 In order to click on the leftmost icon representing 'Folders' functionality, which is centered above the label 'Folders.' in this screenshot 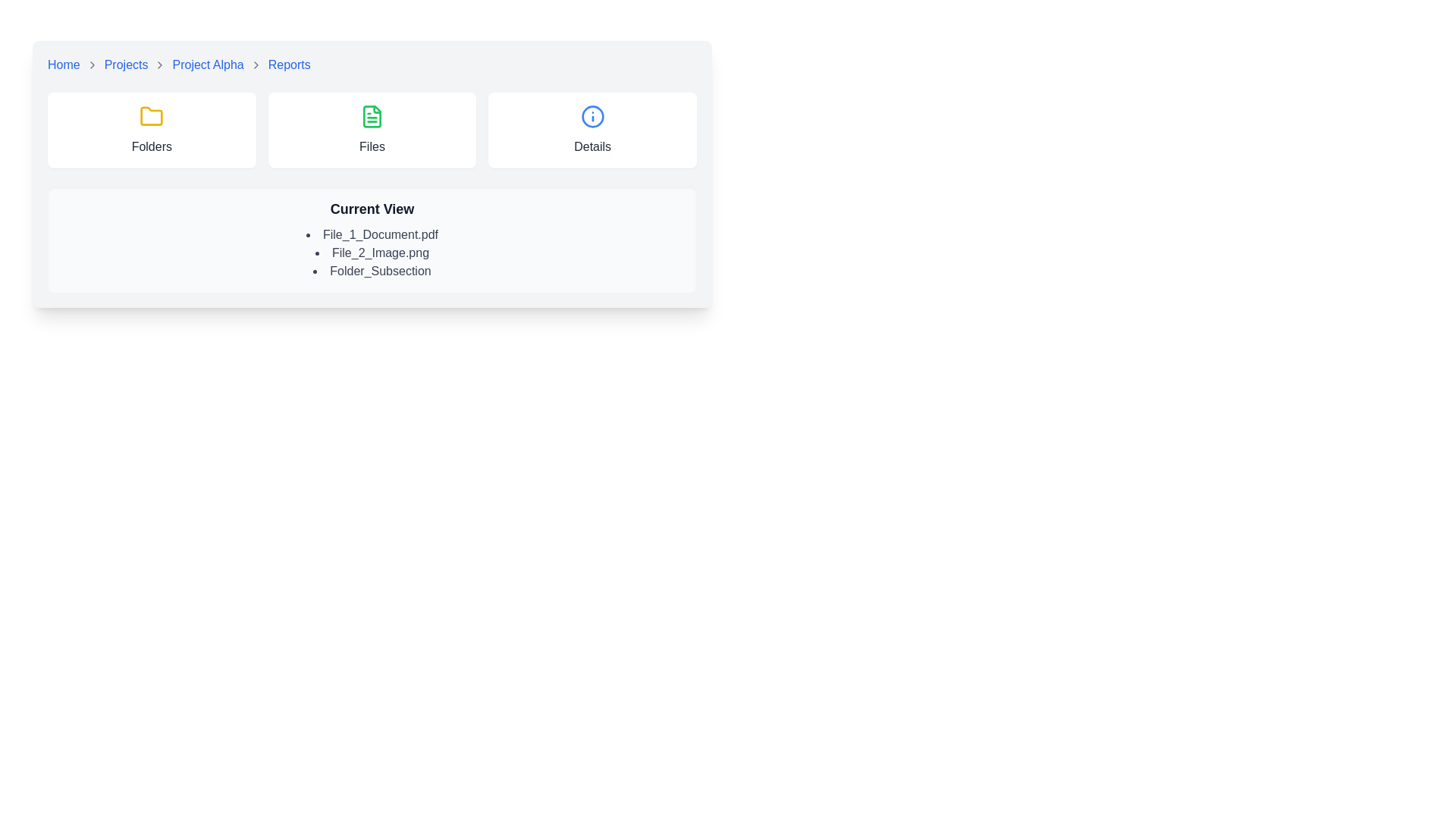, I will do `click(152, 115)`.